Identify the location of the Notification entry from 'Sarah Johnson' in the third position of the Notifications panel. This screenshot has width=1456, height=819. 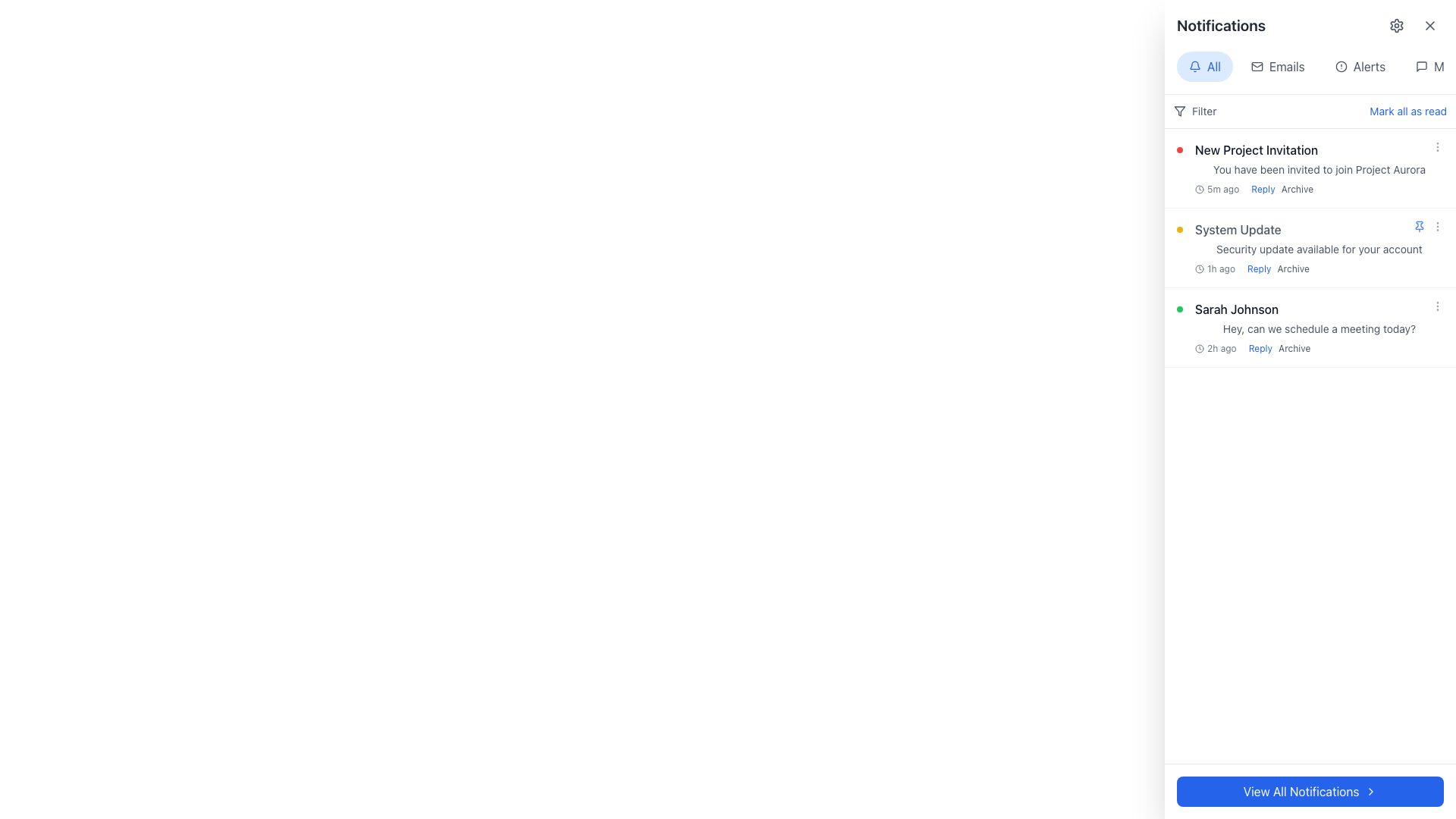
(1318, 327).